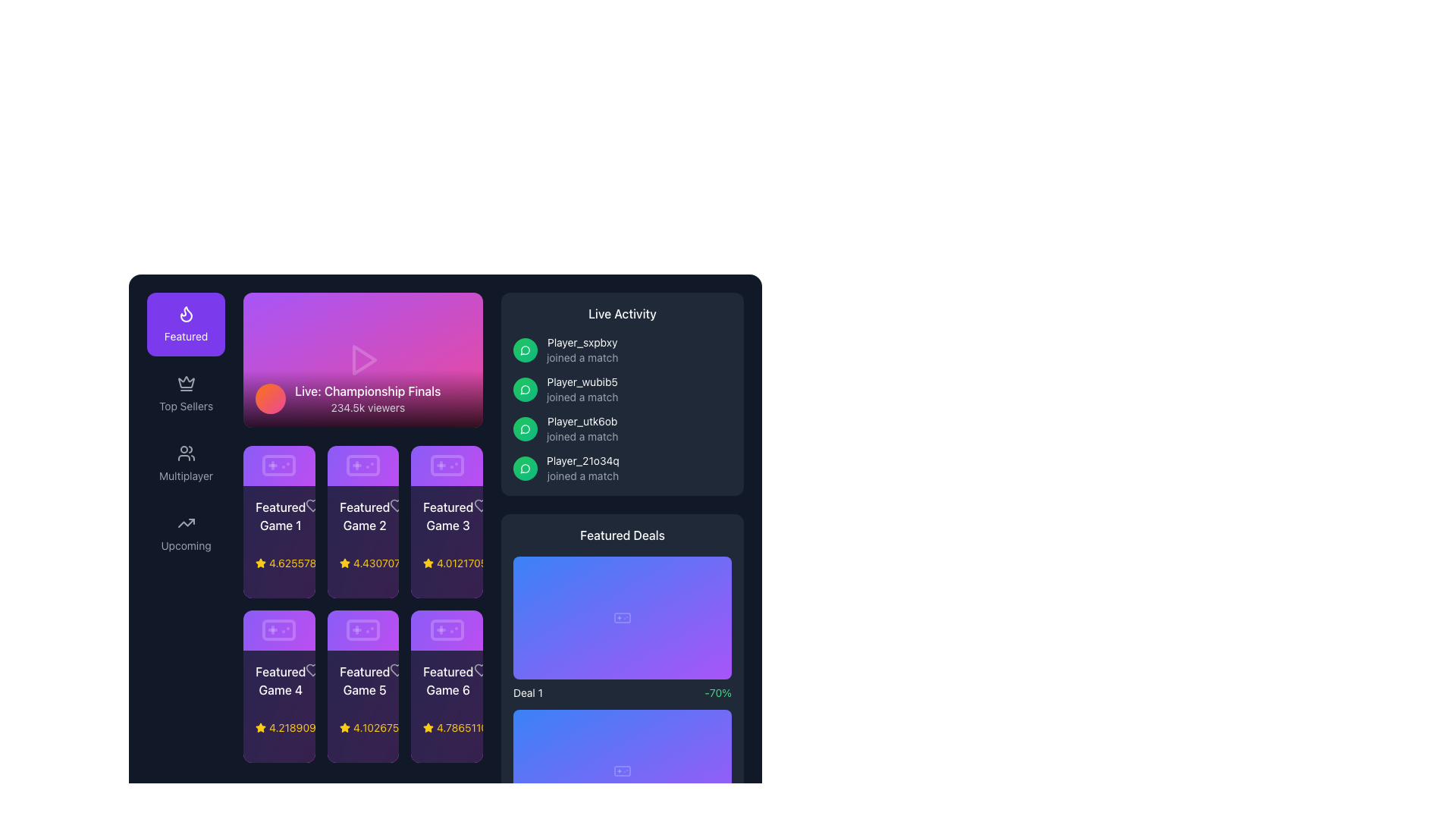 This screenshot has width=1456, height=819. I want to click on the Rating Information Display showing the score '4.430707725342142' with a yellow star icon in the 'Featured Game 2' section to visually associate the score with the game, so click(416, 563).